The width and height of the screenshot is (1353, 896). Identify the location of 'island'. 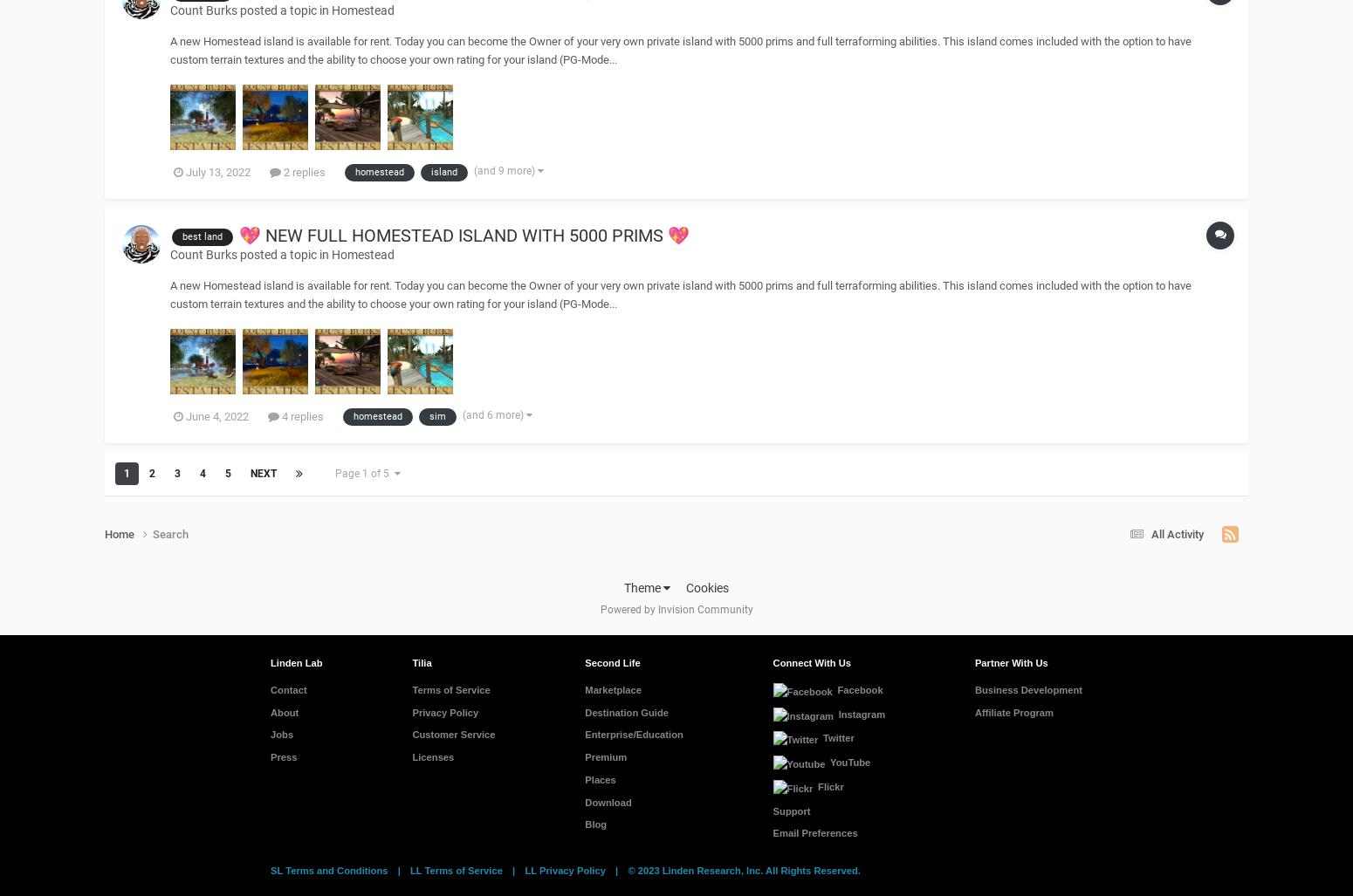
(443, 171).